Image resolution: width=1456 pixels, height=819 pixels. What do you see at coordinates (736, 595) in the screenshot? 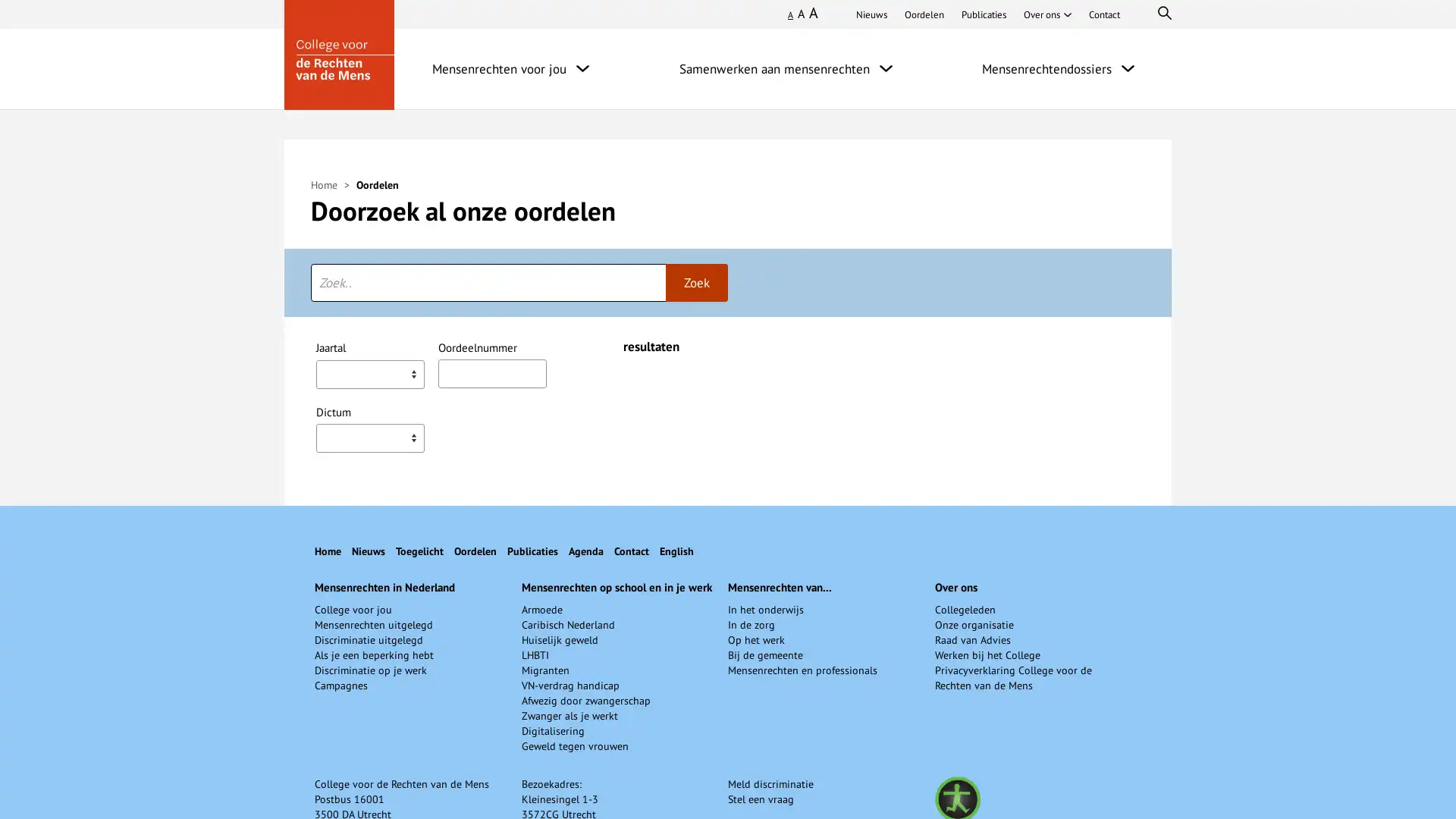
I see `Arbeidsomstandigheden,` at bounding box center [736, 595].